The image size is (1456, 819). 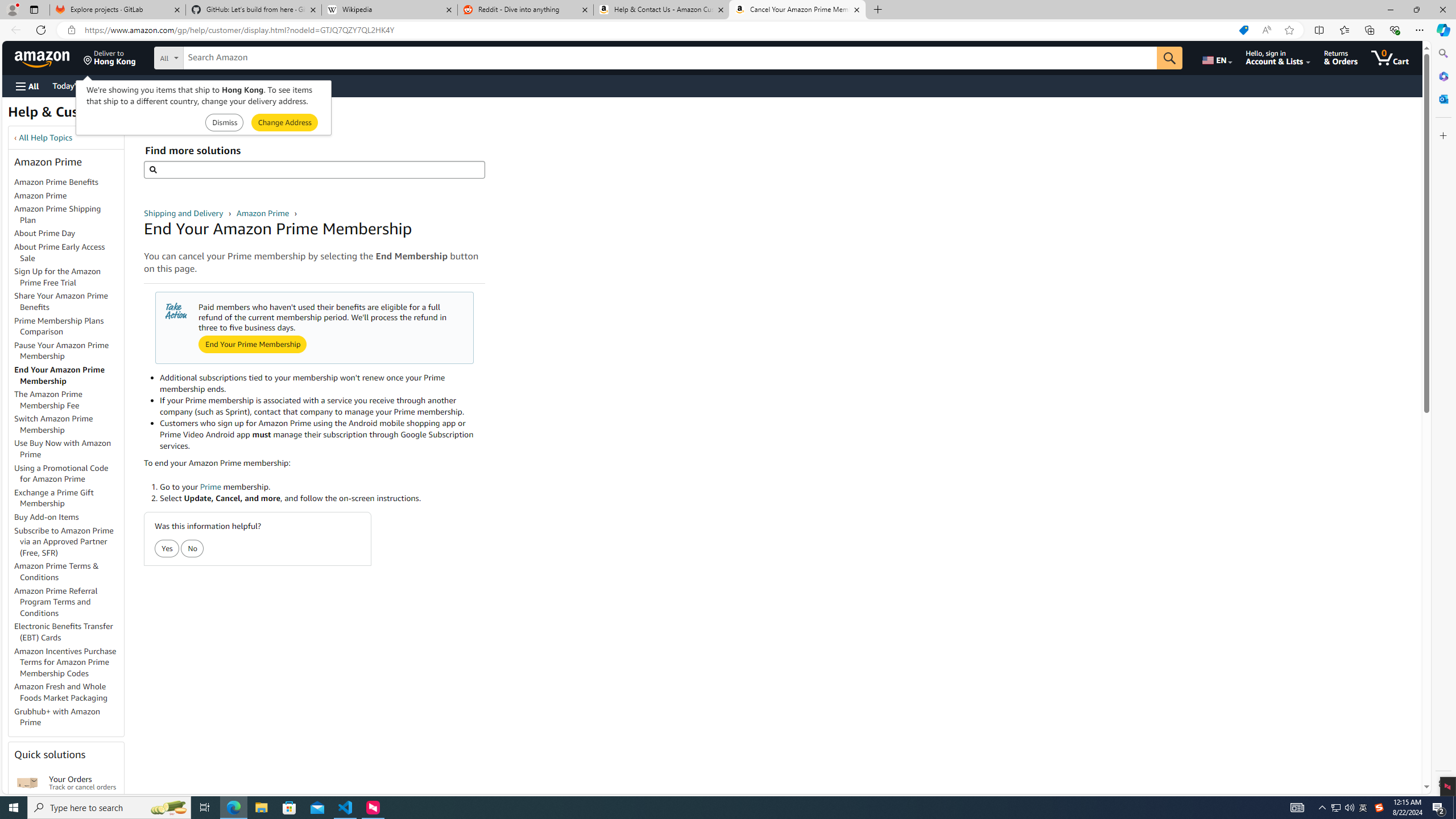 What do you see at coordinates (69, 631) in the screenshot?
I see `'Electronic Benefits Transfer (EBT) Cards'` at bounding box center [69, 631].